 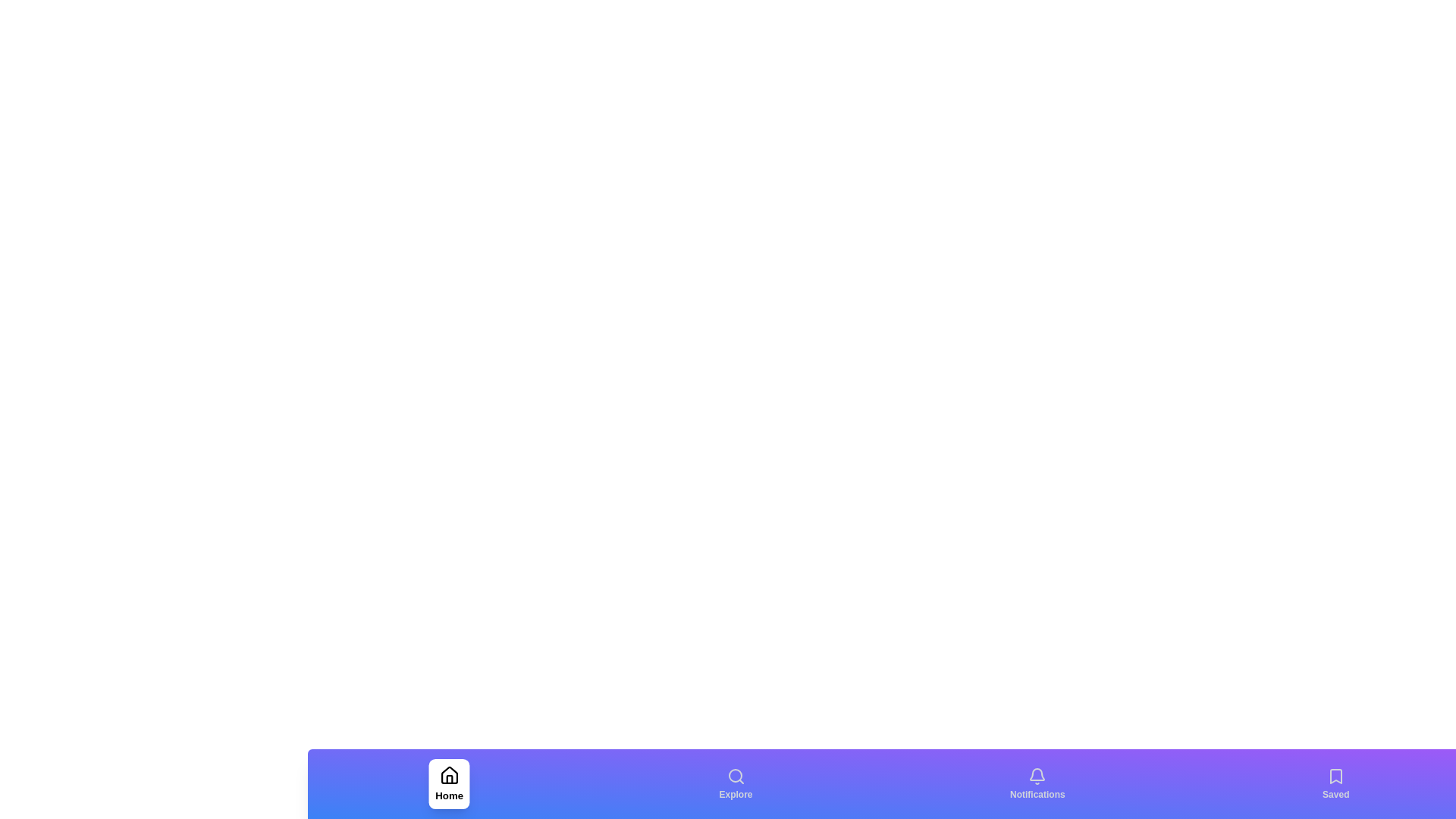 What do you see at coordinates (1037, 783) in the screenshot?
I see `the Notifications tab by clicking the corresponding button` at bounding box center [1037, 783].